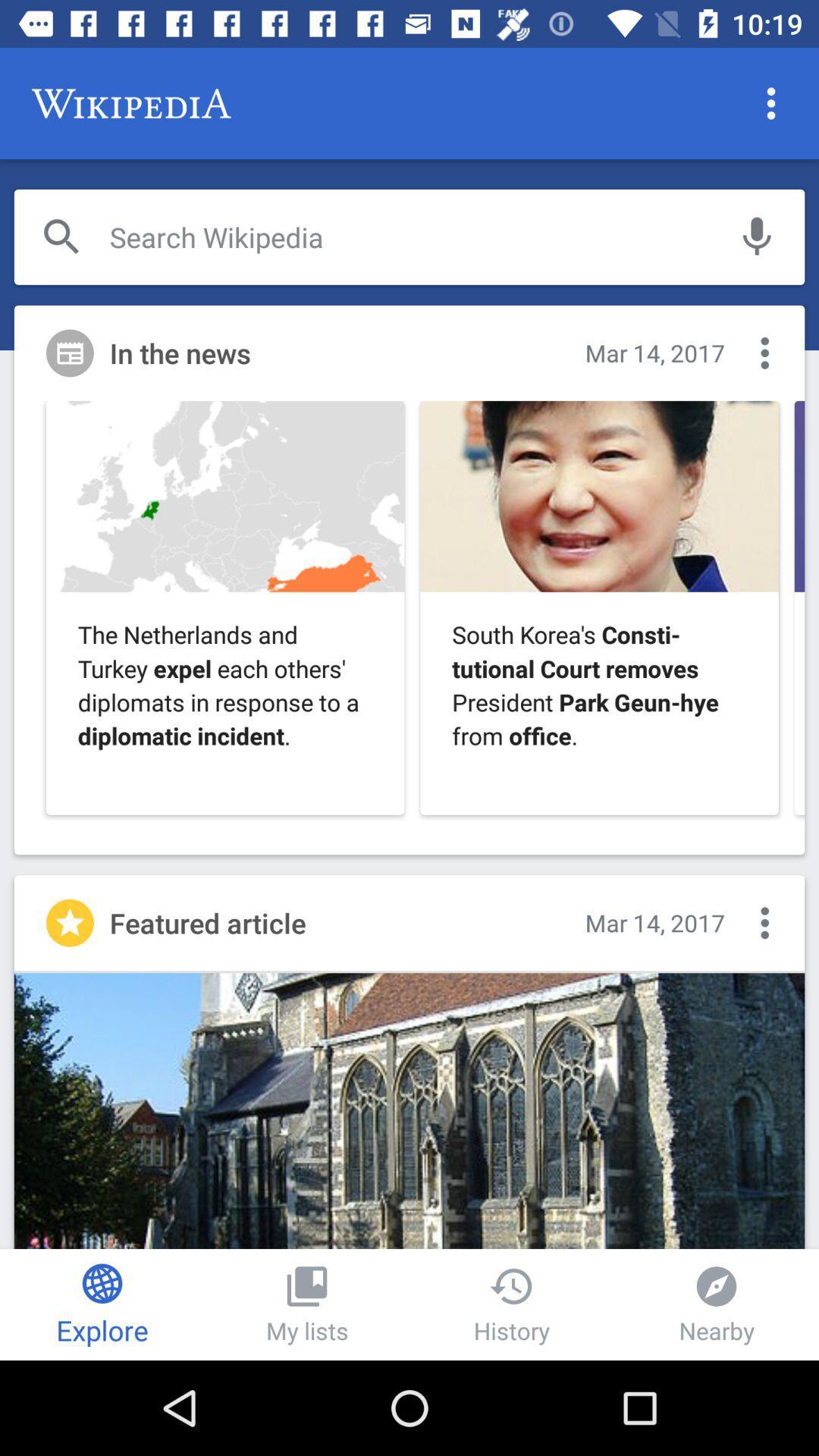 This screenshot has height=1456, width=819. I want to click on the more icon which is at the top right, so click(771, 103).